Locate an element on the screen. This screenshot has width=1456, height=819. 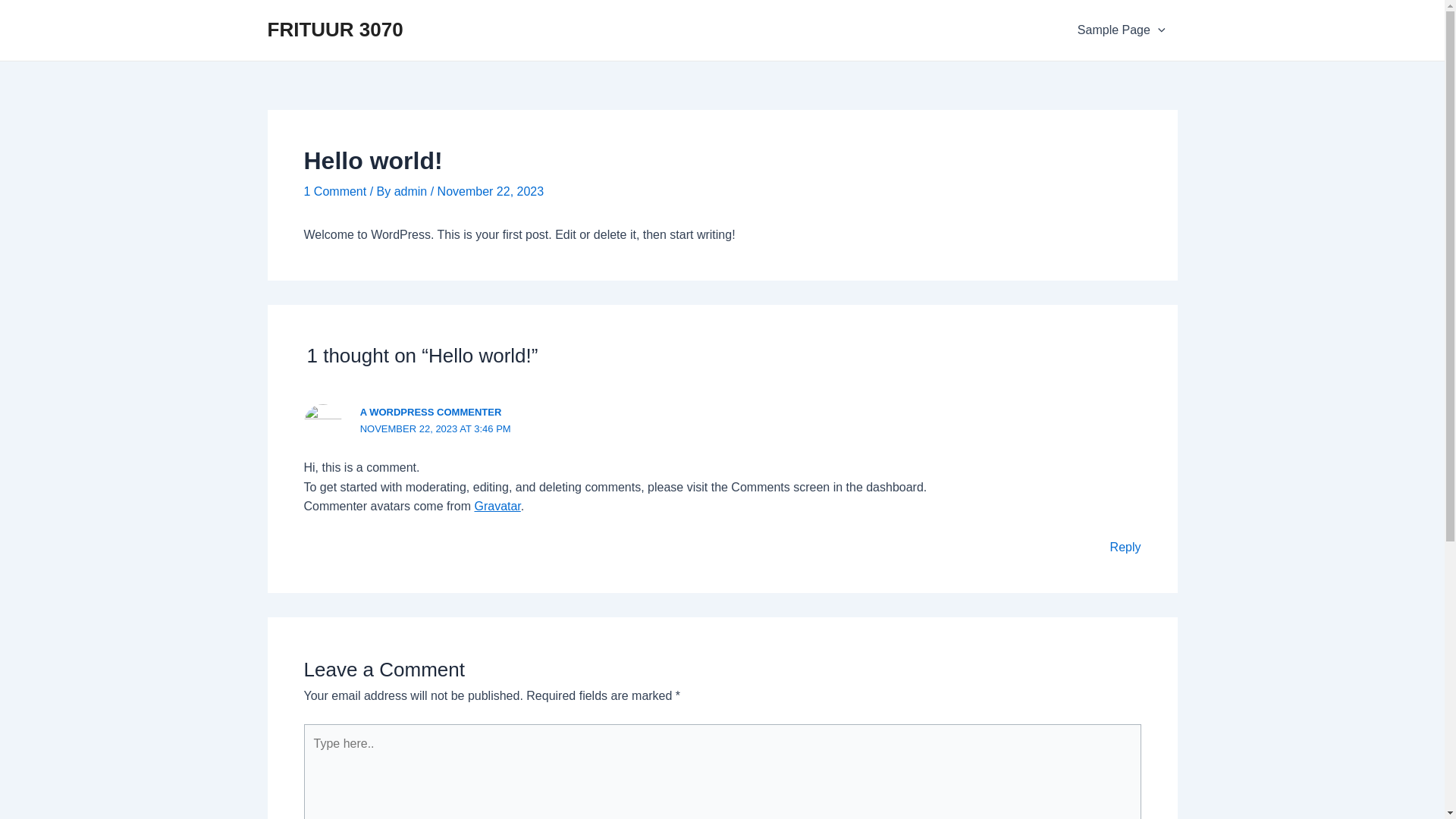
'FRITUUR 3070' is located at coordinates (334, 29).